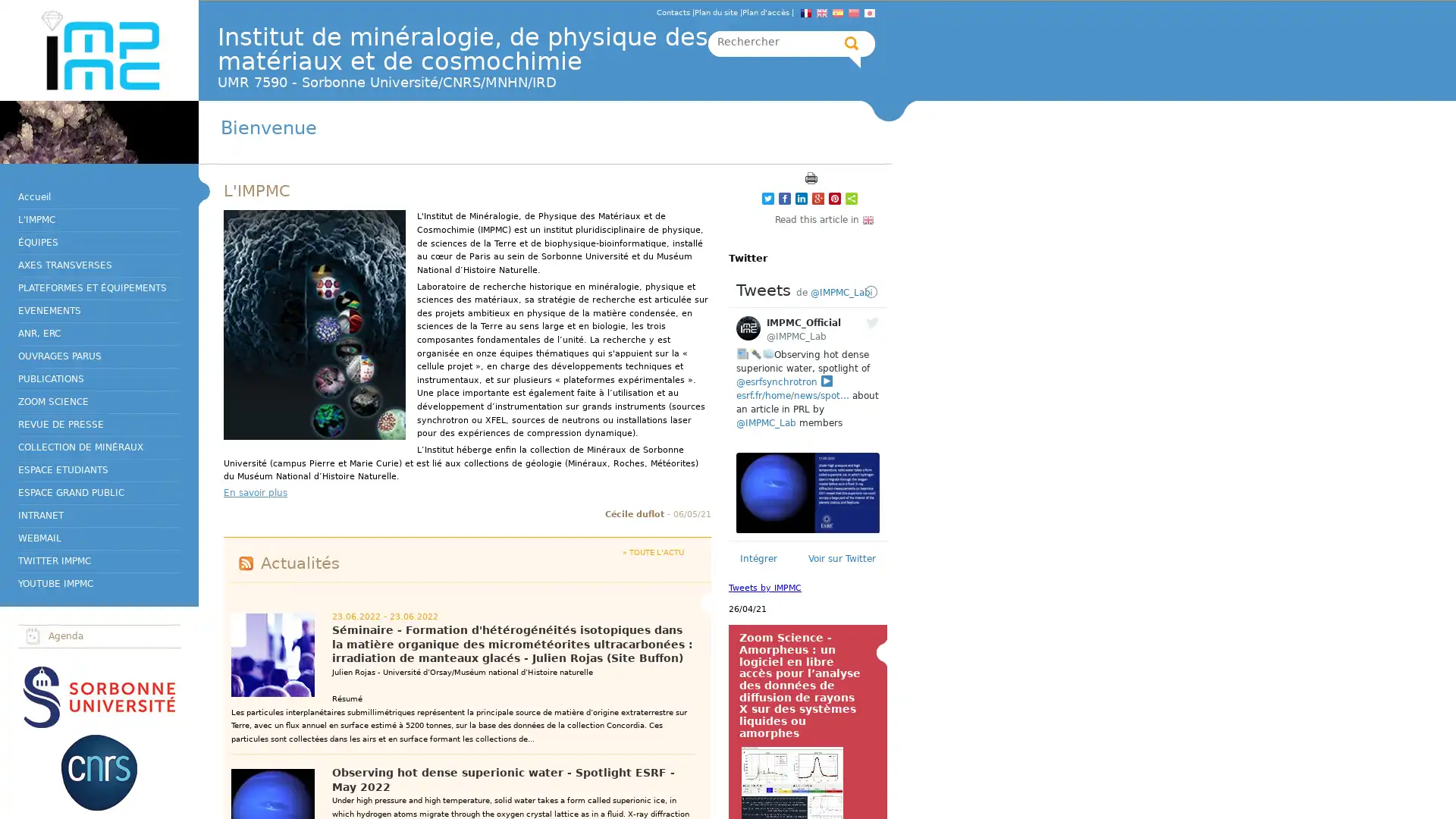 The height and width of the screenshot is (819, 1456). What do you see at coordinates (852, 42) in the screenshot?
I see `Lancer la recherche` at bounding box center [852, 42].